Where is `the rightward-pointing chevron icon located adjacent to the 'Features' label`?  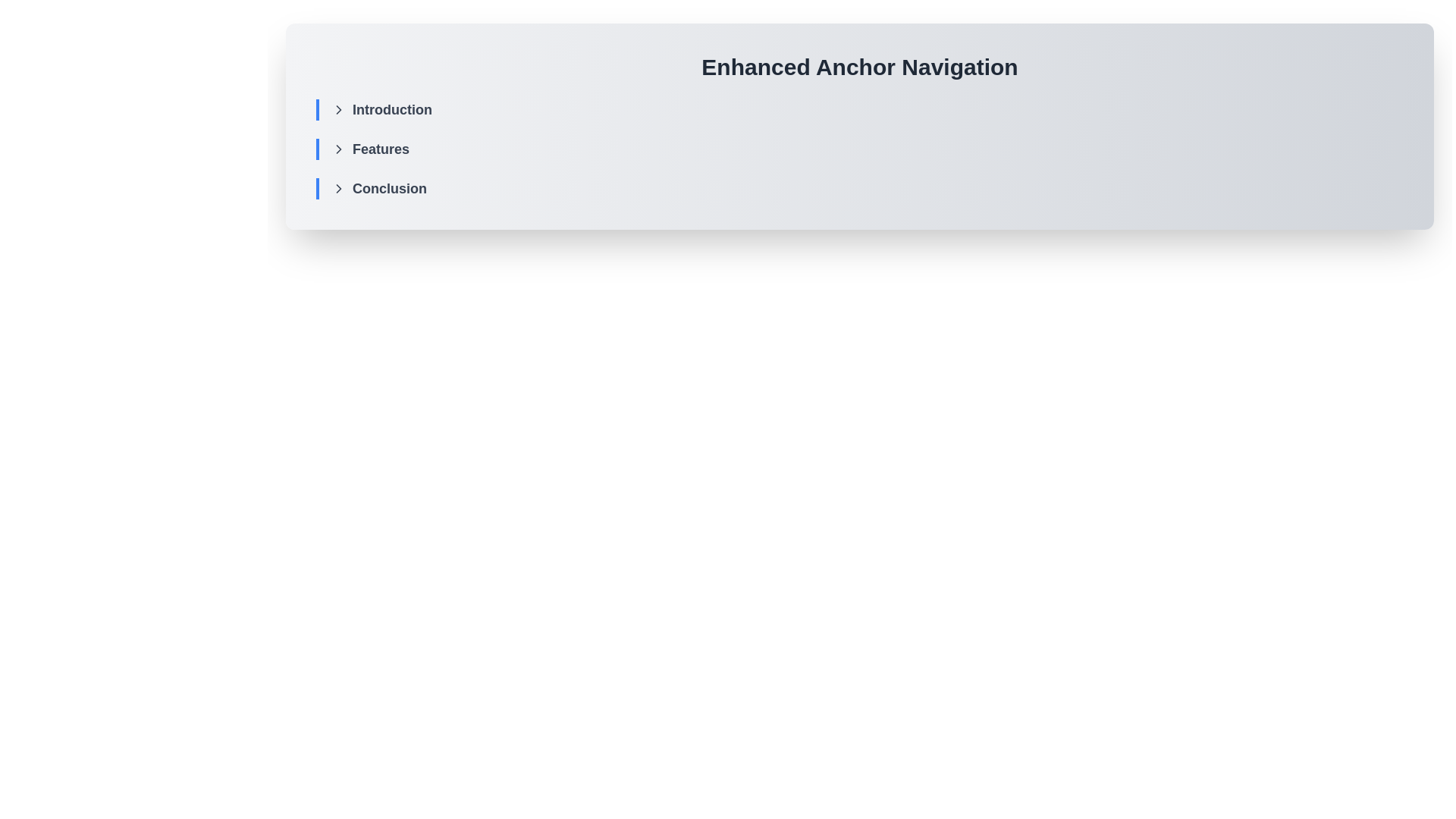
the rightward-pointing chevron icon located adjacent to the 'Features' label is located at coordinates (337, 149).